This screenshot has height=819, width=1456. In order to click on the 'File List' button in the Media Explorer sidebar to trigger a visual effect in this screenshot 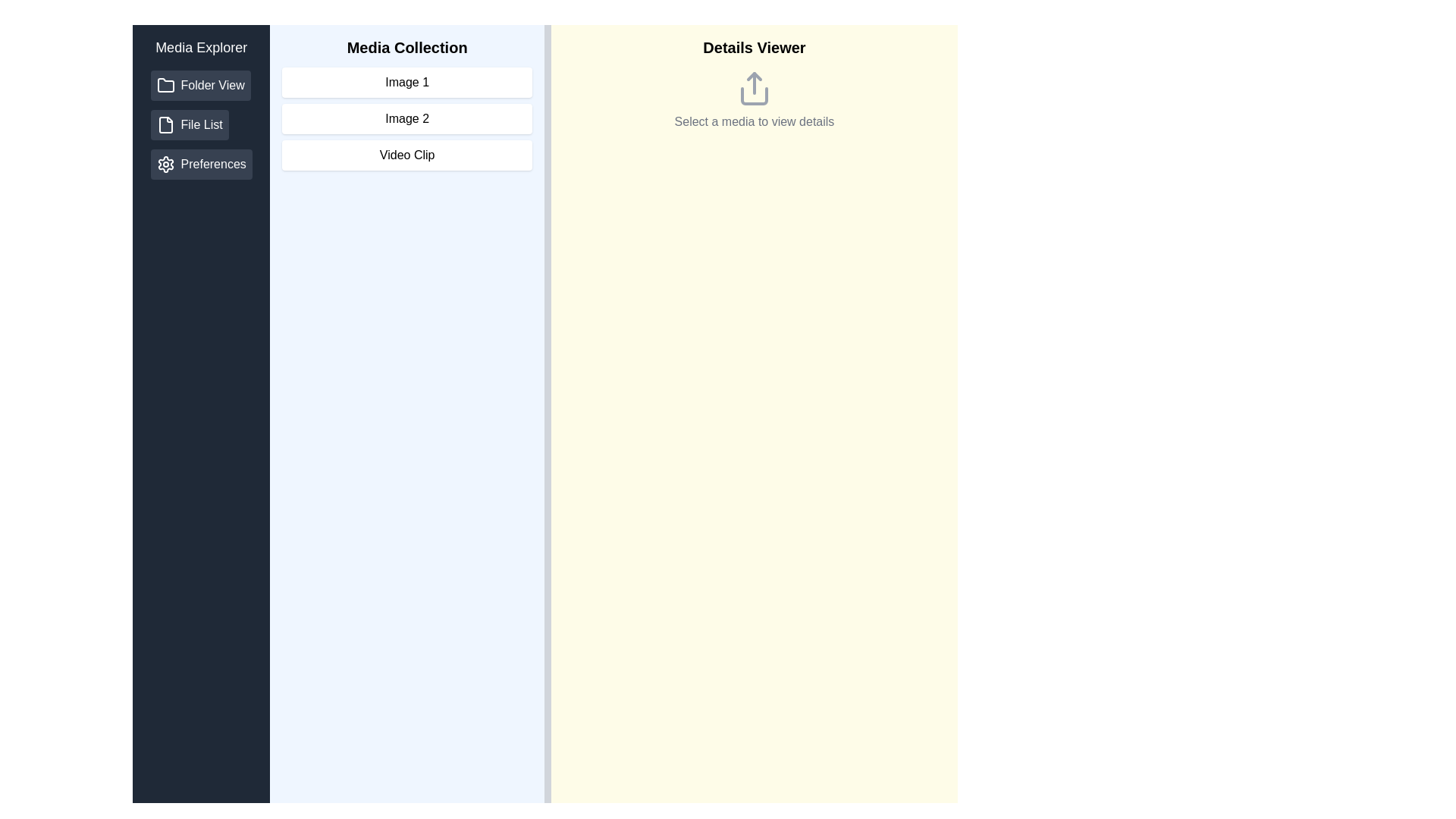, I will do `click(189, 124)`.